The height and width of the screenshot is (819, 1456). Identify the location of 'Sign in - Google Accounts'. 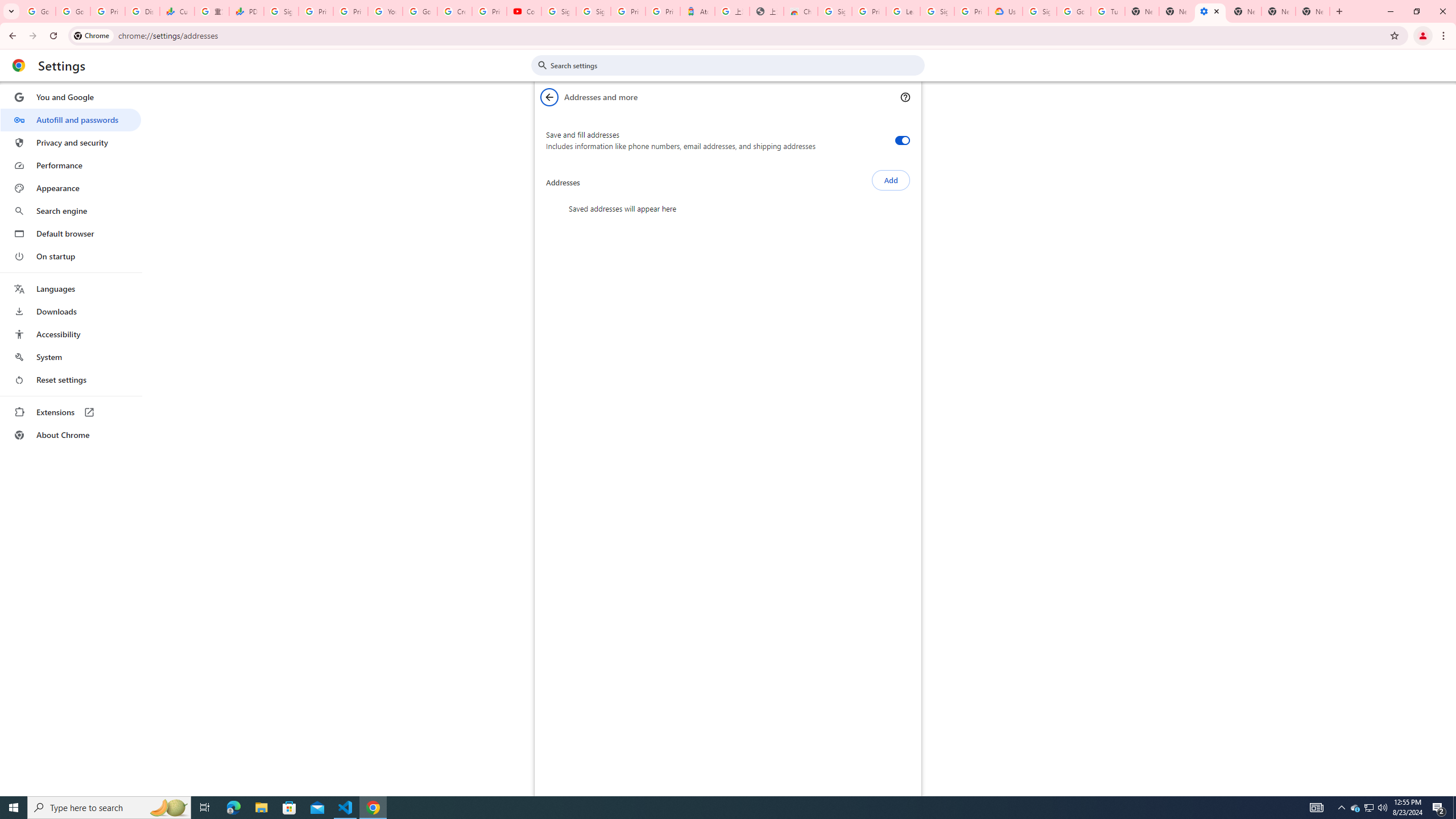
(558, 11).